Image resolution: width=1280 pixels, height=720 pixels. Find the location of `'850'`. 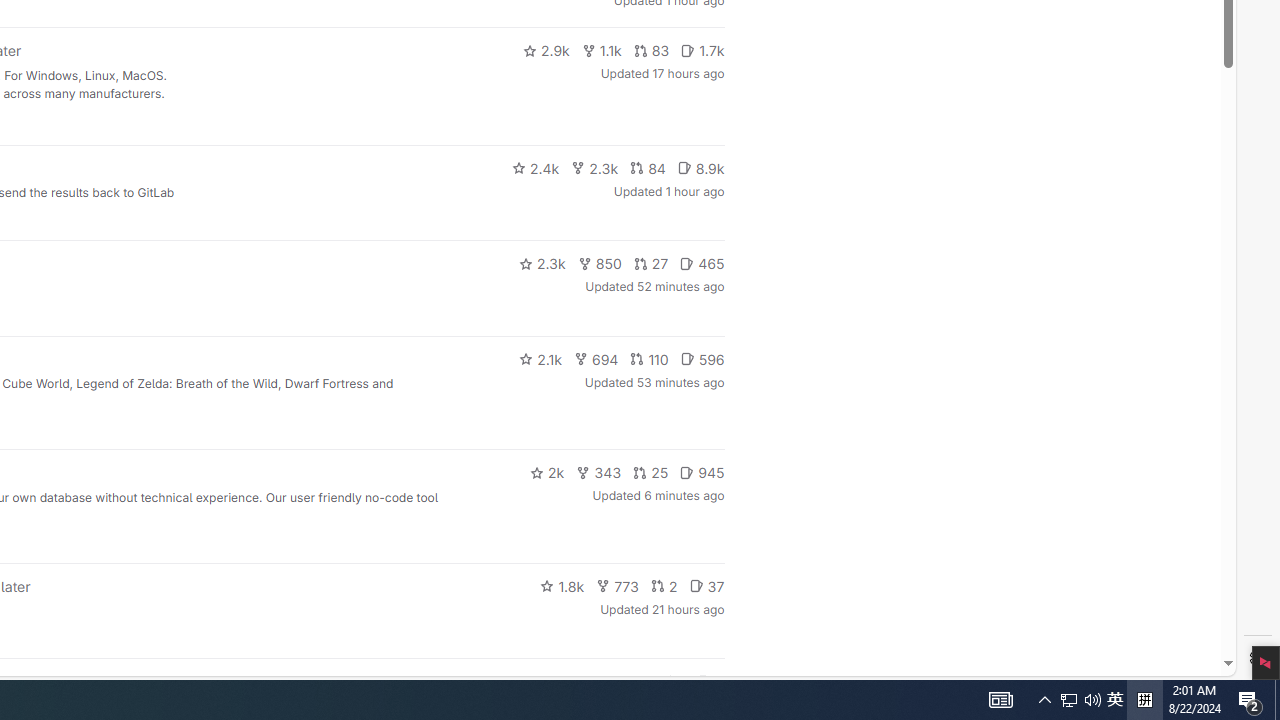

'850' is located at coordinates (598, 262).